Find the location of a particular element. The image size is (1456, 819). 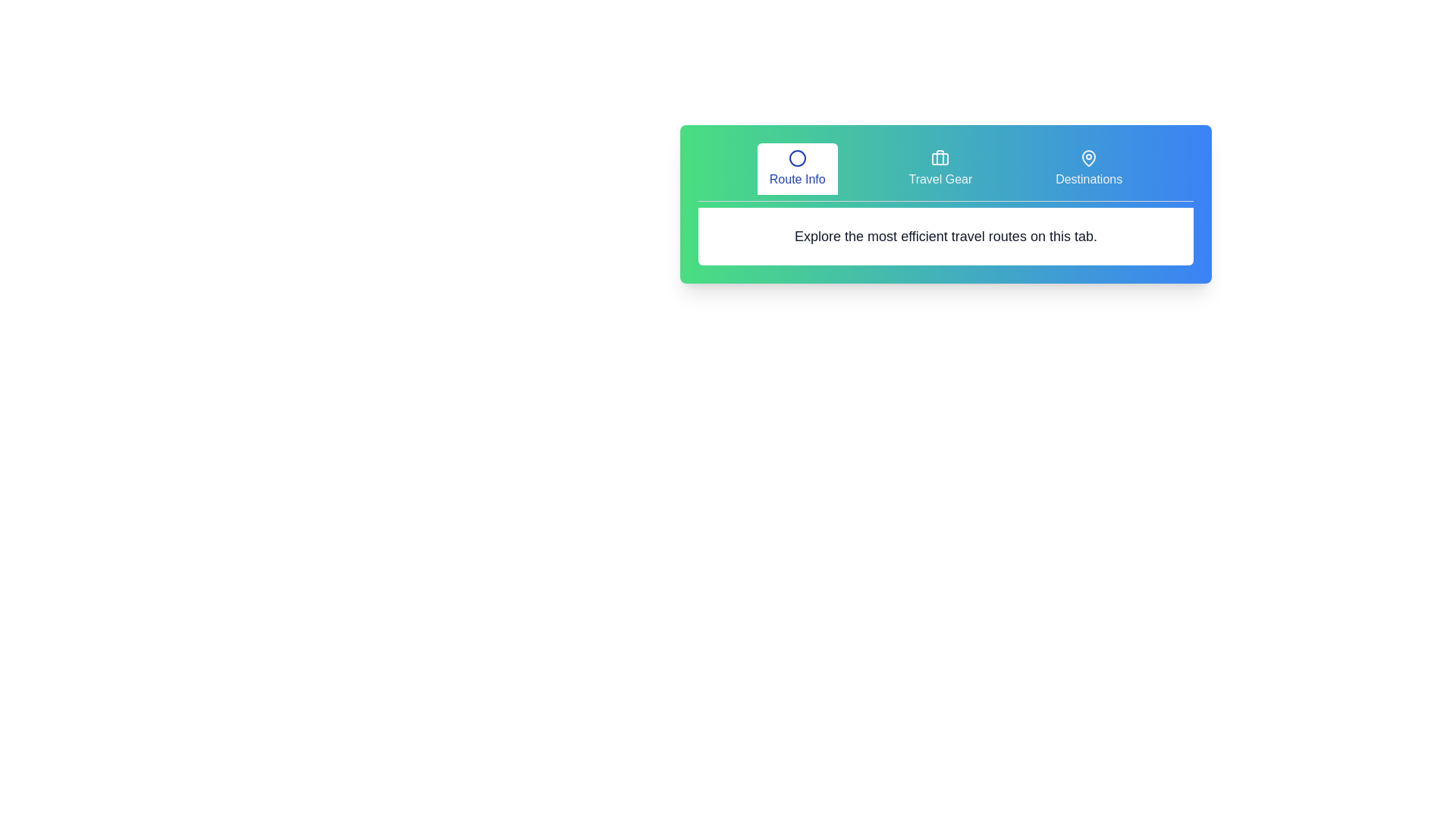

the tab labeled Route Info is located at coordinates (796, 169).